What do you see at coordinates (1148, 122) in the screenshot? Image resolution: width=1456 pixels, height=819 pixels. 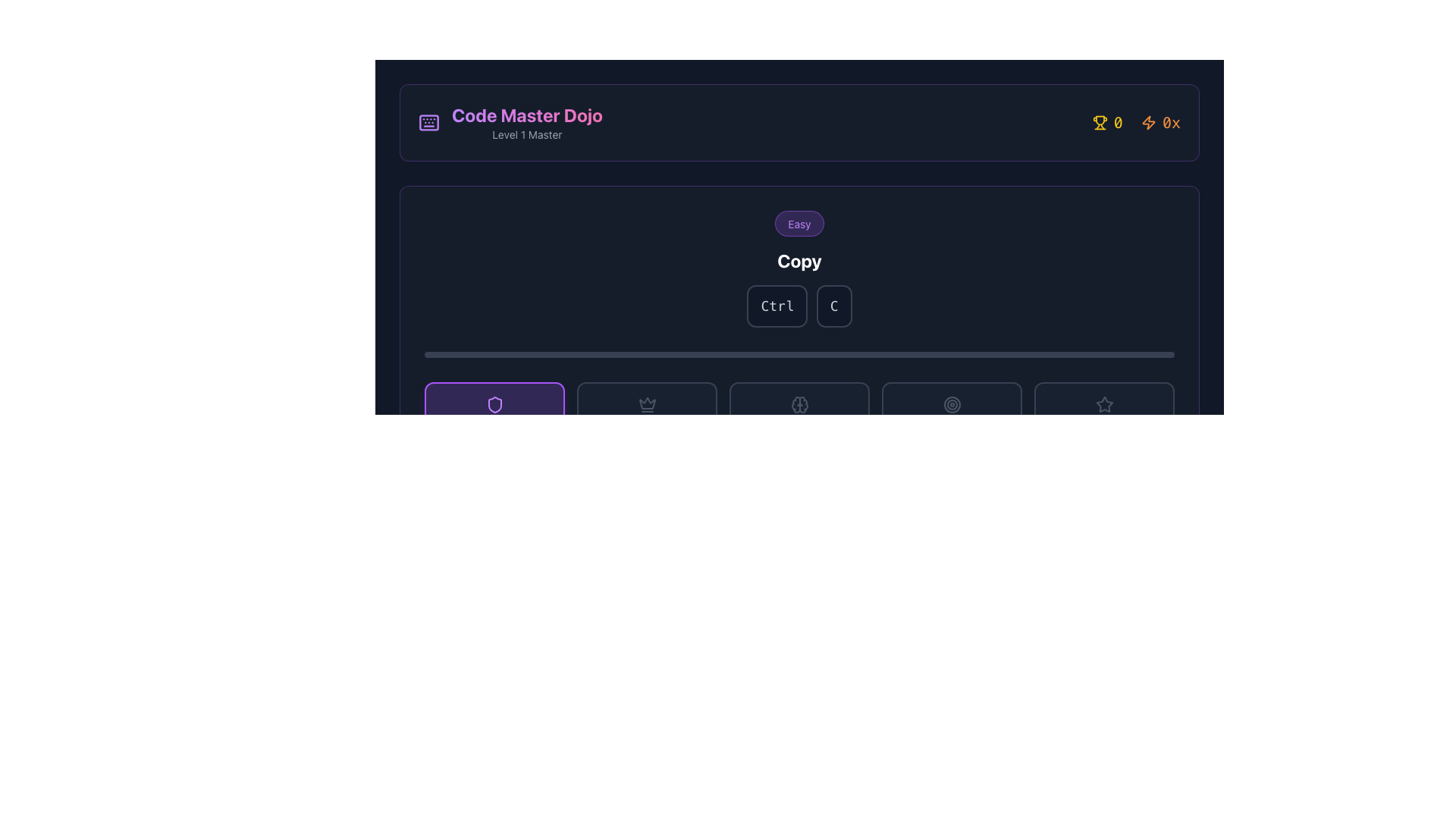 I see `the speed energy icon located at the top-right section of the user interface, positioned to the left of the text label '0x' and near the trophy icon` at bounding box center [1148, 122].